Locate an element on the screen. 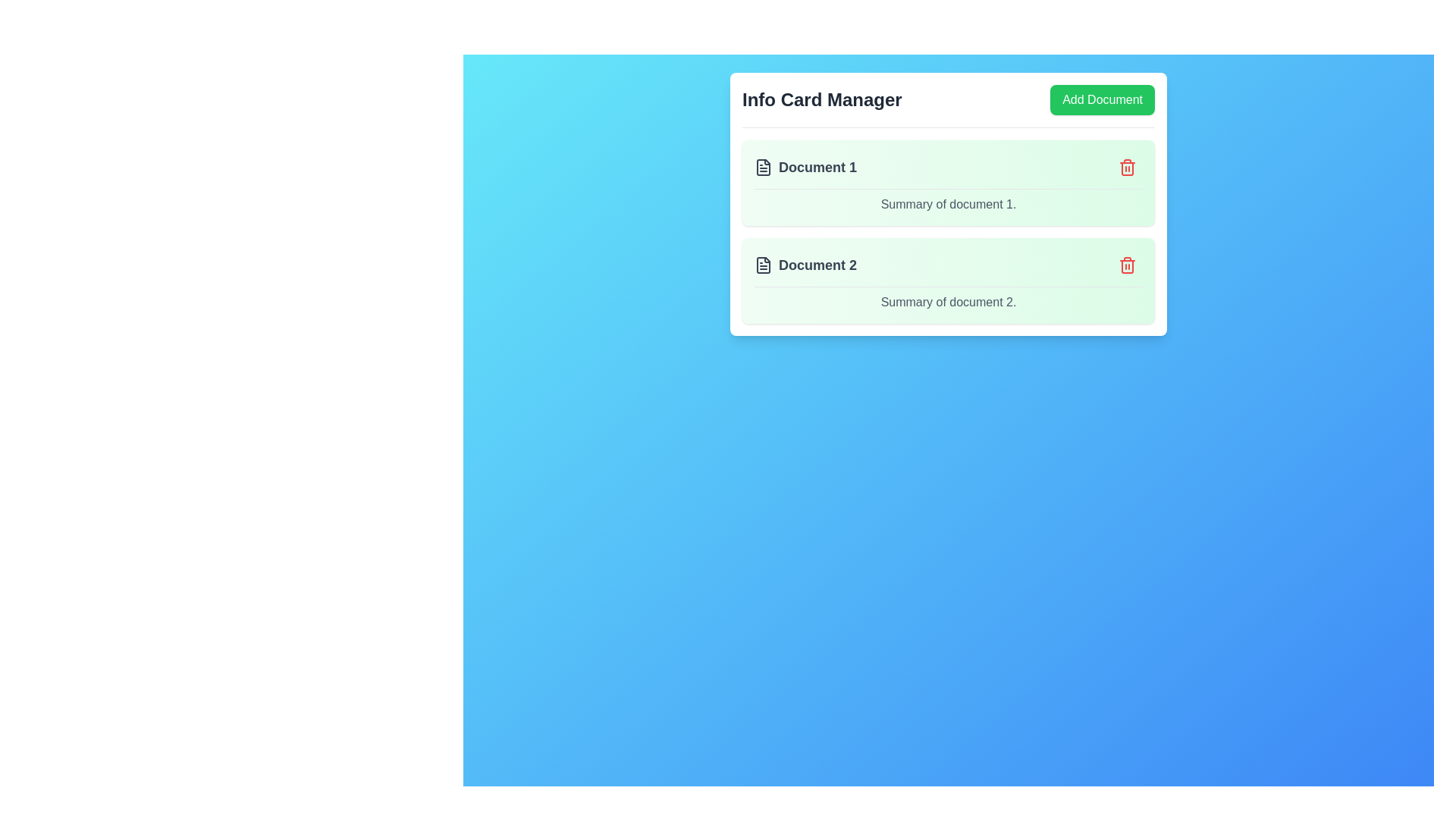 The image size is (1456, 819). the text label reading 'Document 2' with a decorative icon resembling a document file, located in the section below the title 'Info Card Manager' is located at coordinates (805, 265).